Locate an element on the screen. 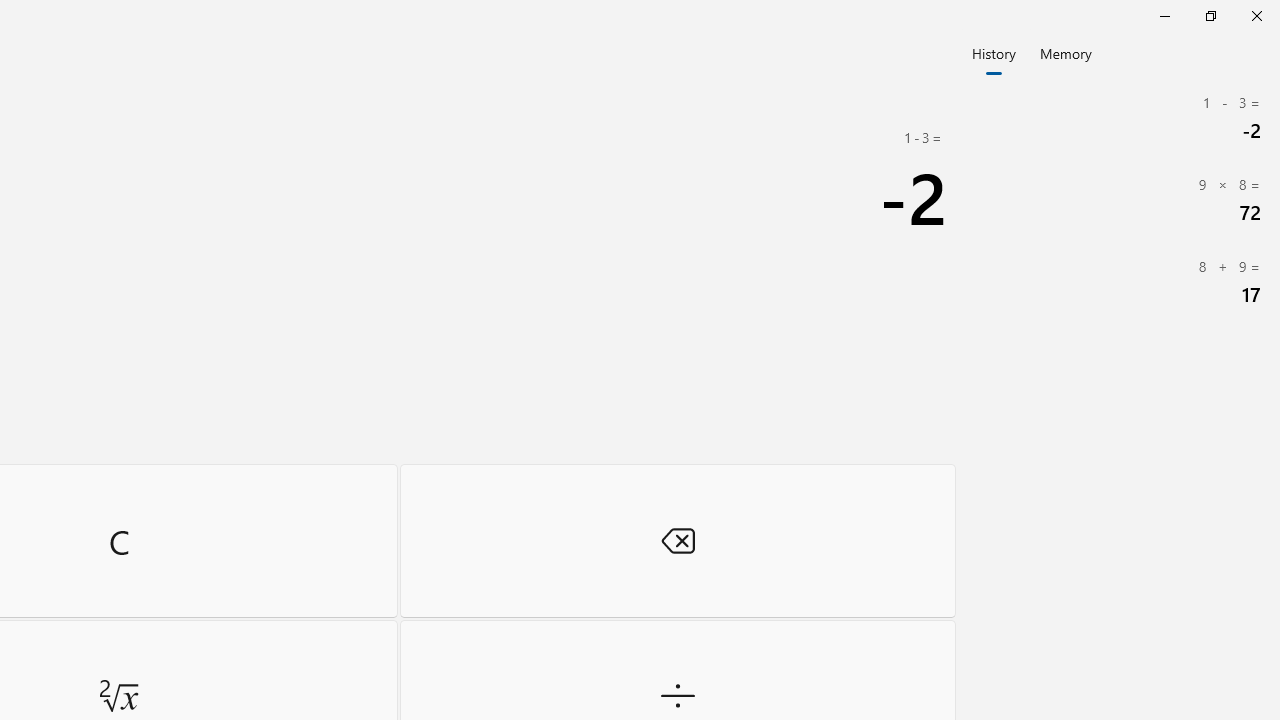  'History' is located at coordinates (993, 51).